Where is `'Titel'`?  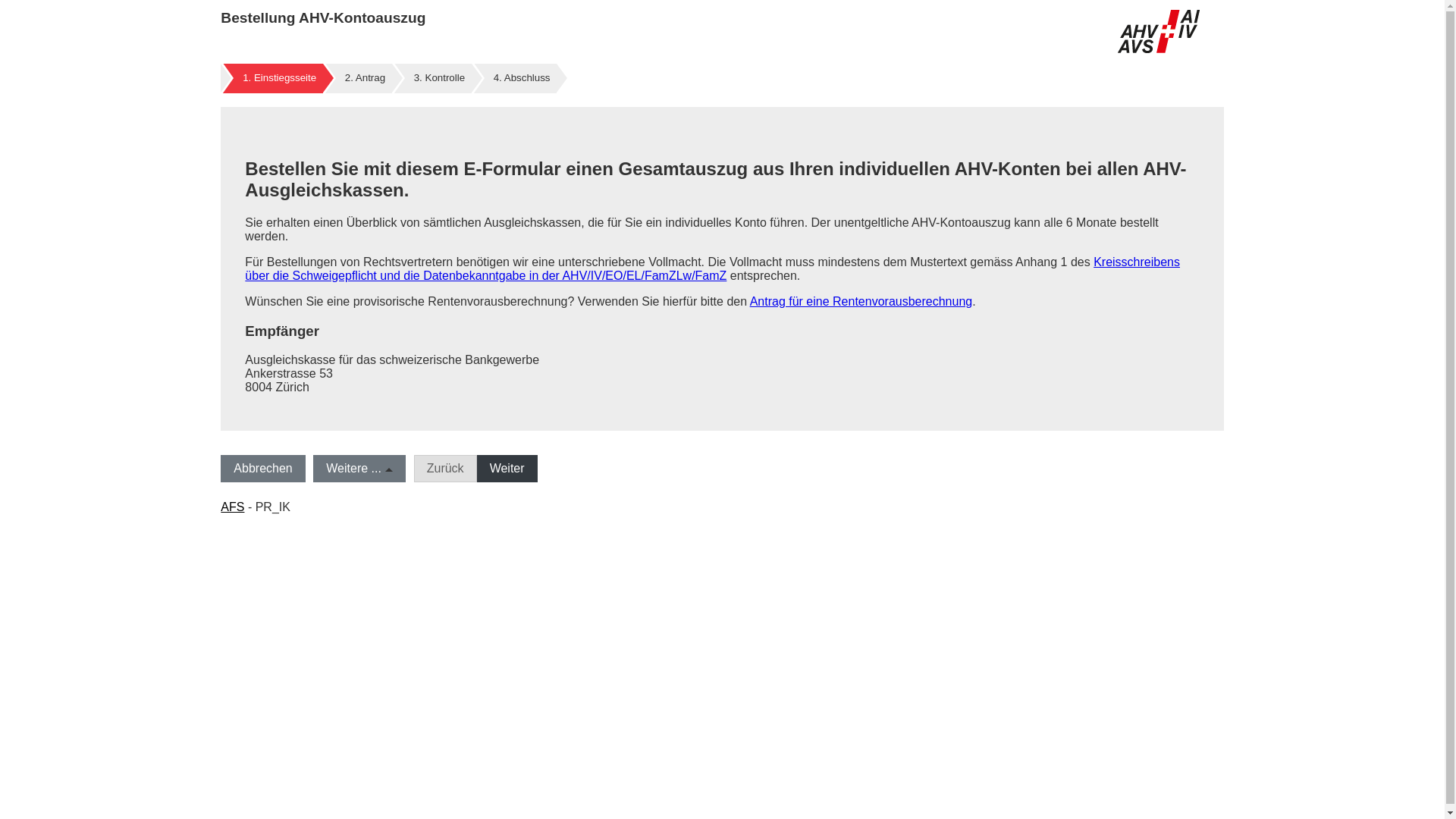
'Titel' is located at coordinates (1157, 31).